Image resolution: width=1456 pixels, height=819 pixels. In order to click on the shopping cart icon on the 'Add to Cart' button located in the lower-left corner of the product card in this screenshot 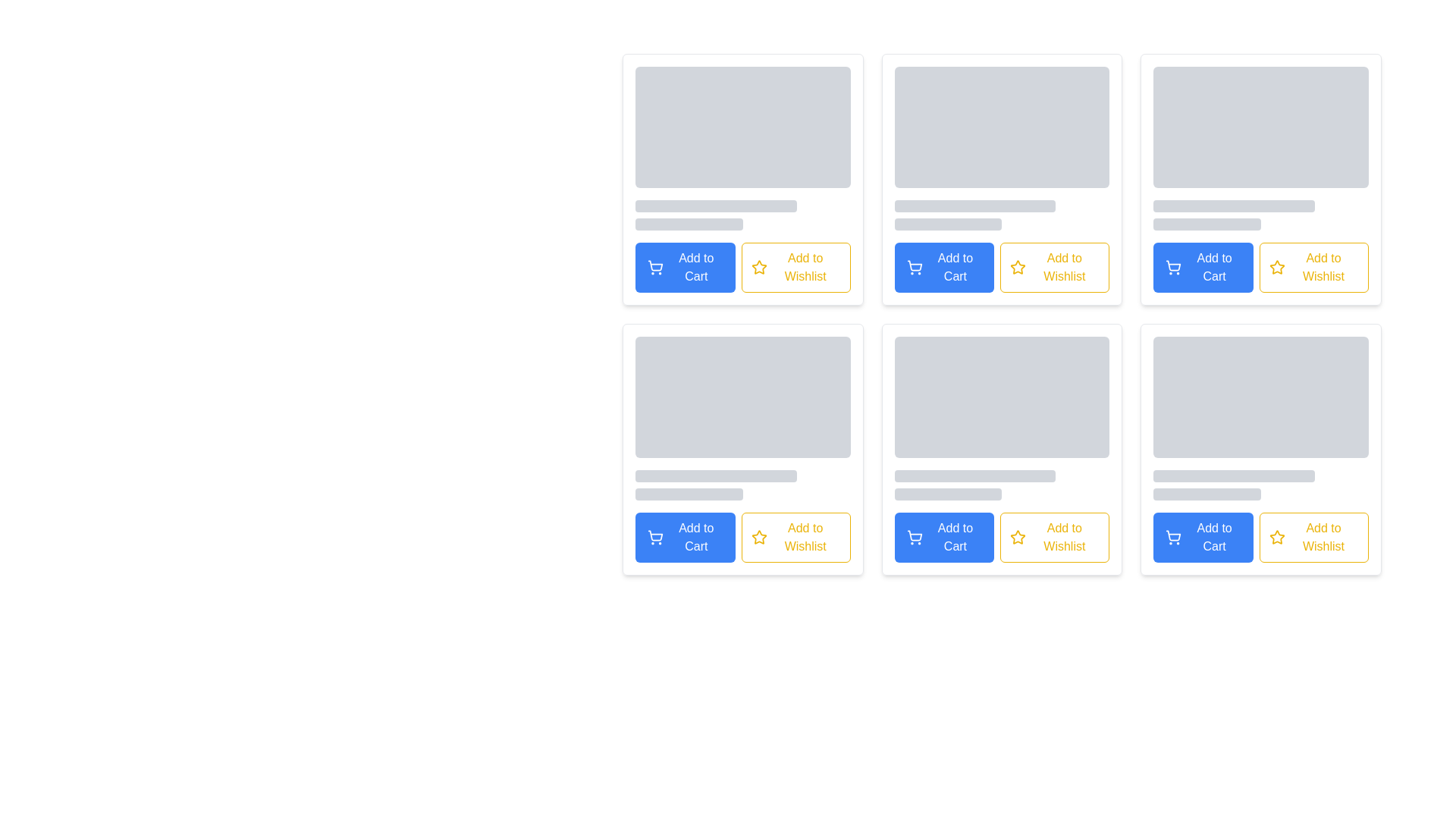, I will do `click(914, 537)`.